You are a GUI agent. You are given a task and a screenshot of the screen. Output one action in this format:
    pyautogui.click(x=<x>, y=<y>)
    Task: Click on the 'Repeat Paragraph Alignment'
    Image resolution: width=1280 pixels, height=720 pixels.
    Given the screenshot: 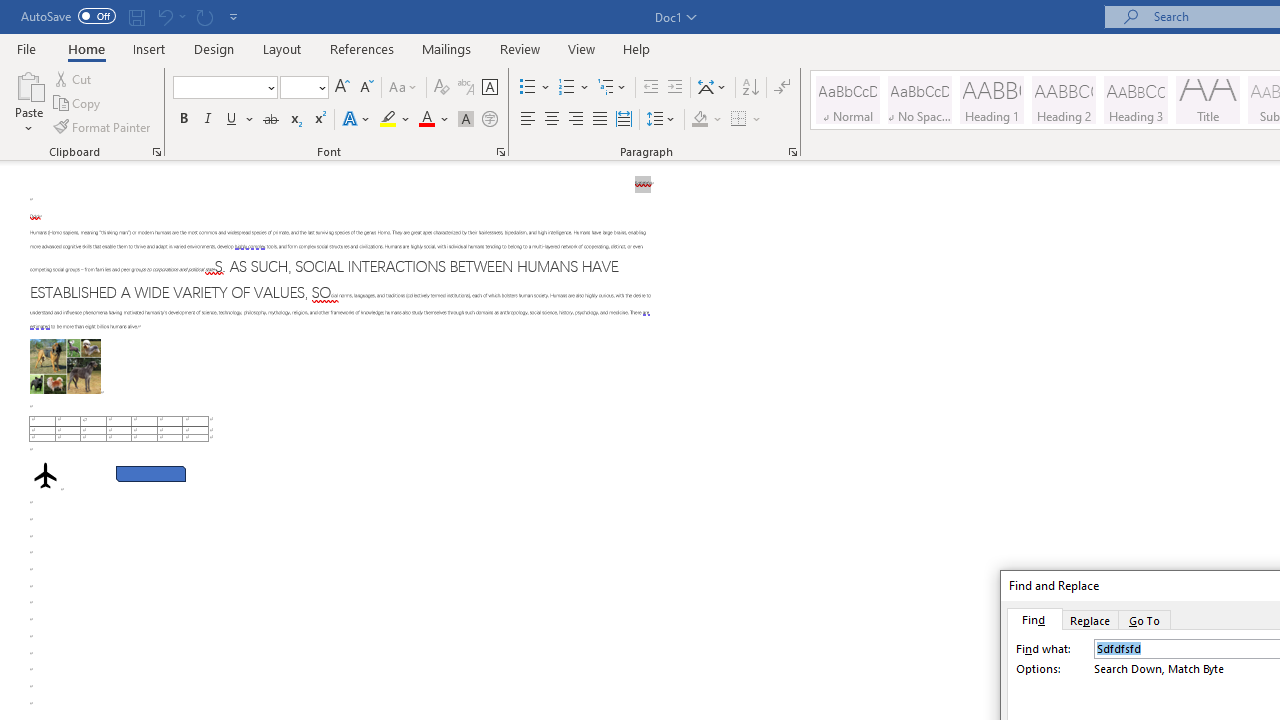 What is the action you would take?
    pyautogui.click(x=204, y=16)
    